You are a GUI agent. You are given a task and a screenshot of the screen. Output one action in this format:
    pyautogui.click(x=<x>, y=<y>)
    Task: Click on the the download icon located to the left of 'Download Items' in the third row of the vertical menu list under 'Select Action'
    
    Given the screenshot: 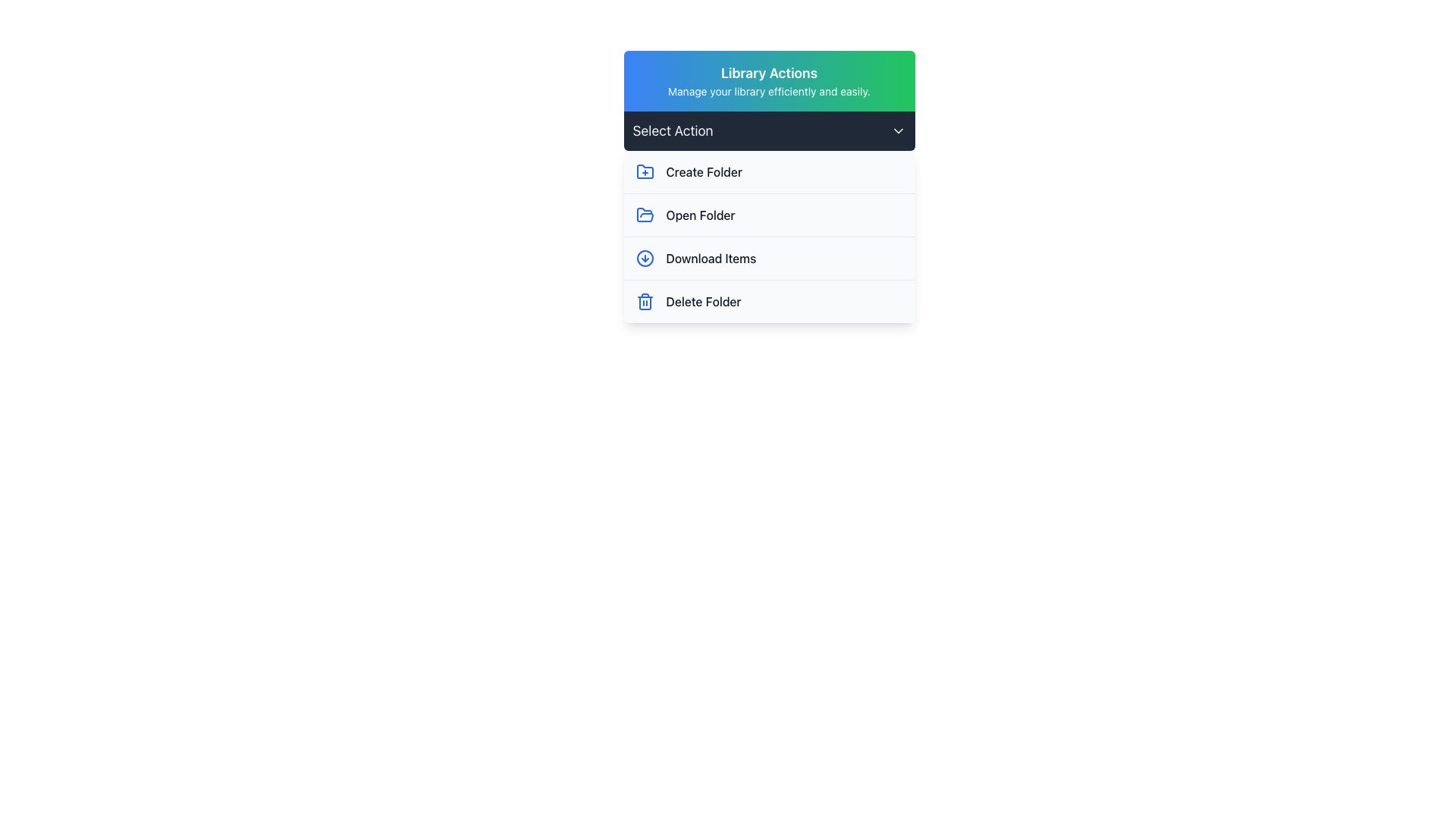 What is the action you would take?
    pyautogui.click(x=645, y=257)
    